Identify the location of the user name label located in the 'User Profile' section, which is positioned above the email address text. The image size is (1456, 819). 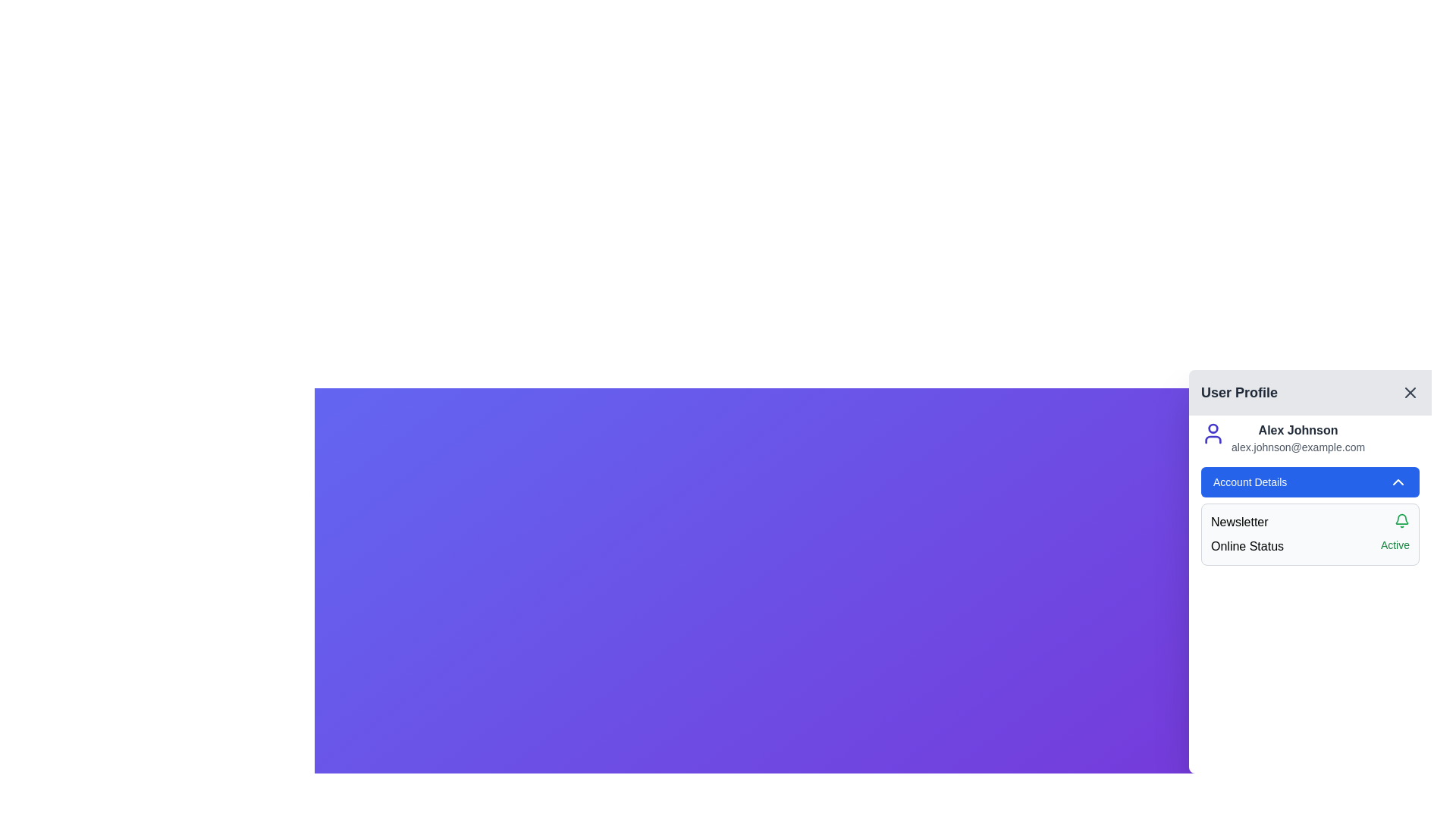
(1298, 430).